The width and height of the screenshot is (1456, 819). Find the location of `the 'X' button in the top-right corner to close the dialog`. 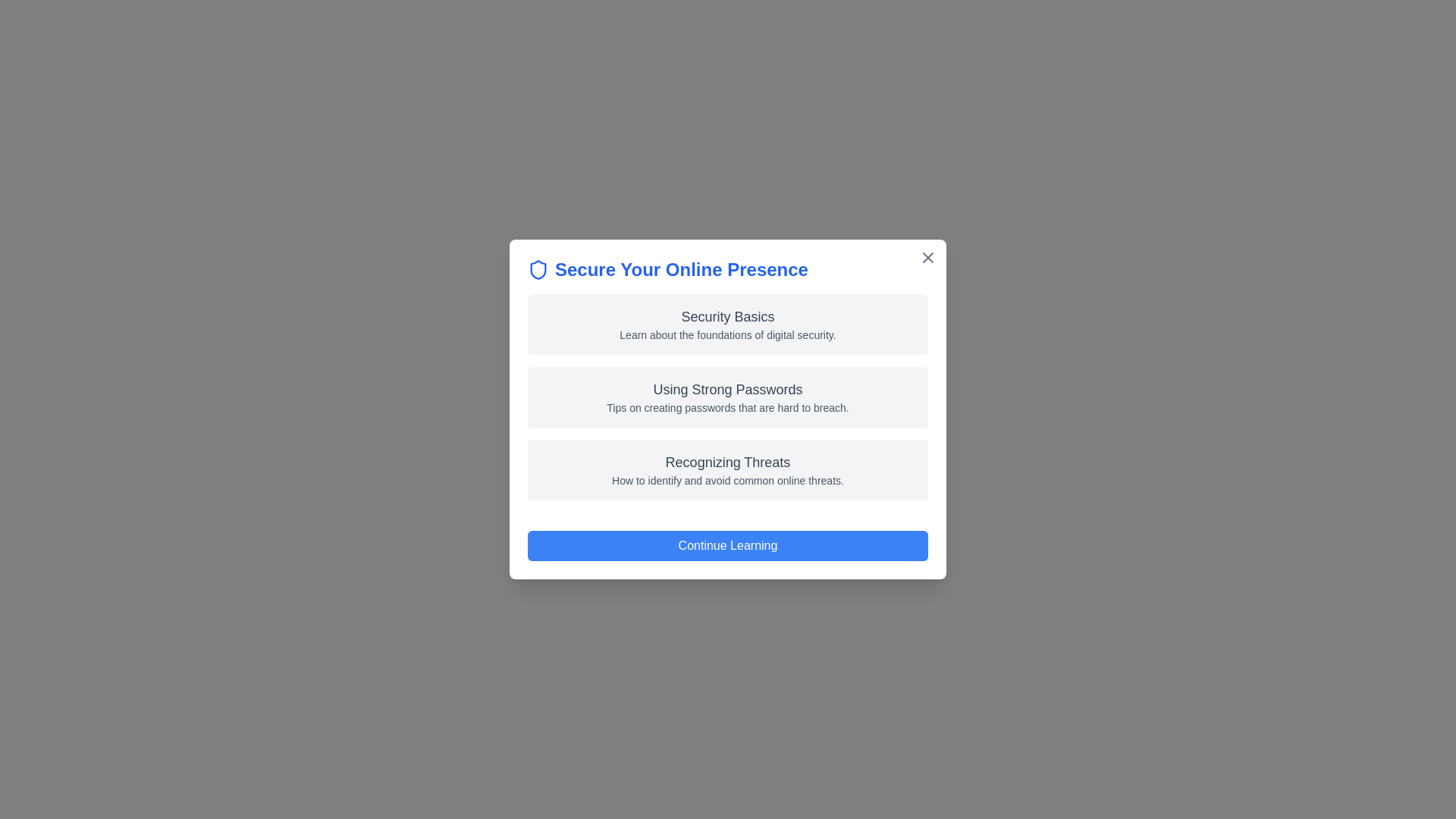

the 'X' button in the top-right corner to close the dialog is located at coordinates (927, 256).